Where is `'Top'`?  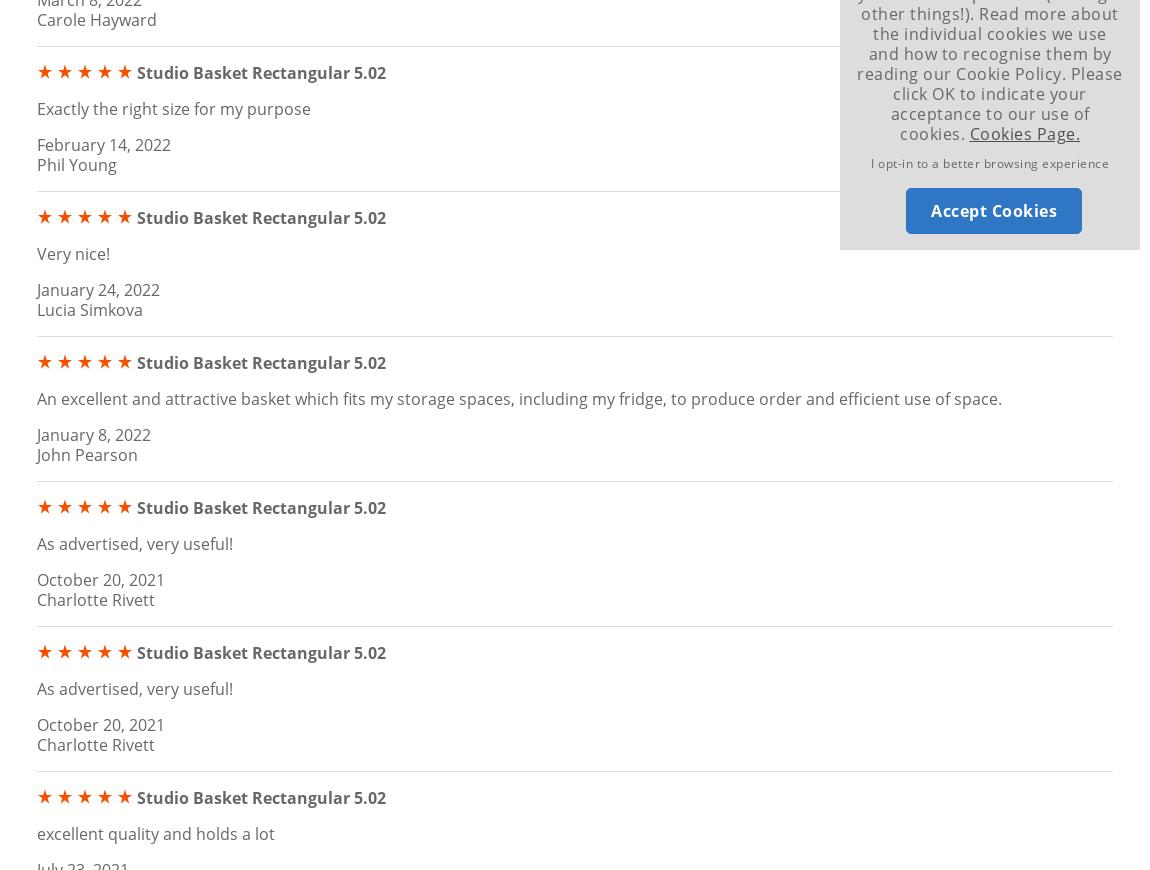 'Top' is located at coordinates (24, 313).